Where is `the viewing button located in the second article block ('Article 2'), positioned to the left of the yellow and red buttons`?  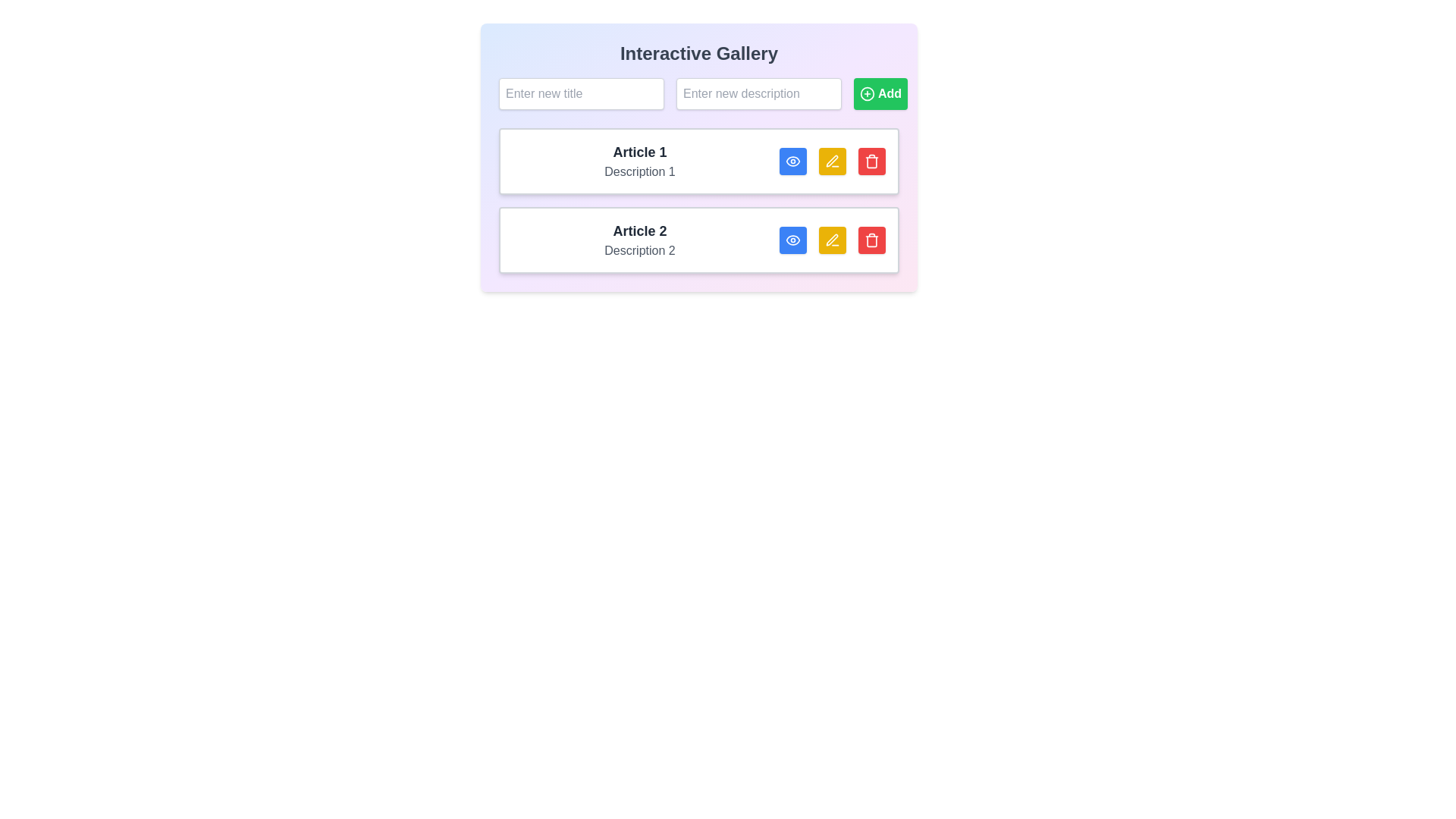
the viewing button located in the second article block ('Article 2'), positioned to the left of the yellow and red buttons is located at coordinates (792, 239).